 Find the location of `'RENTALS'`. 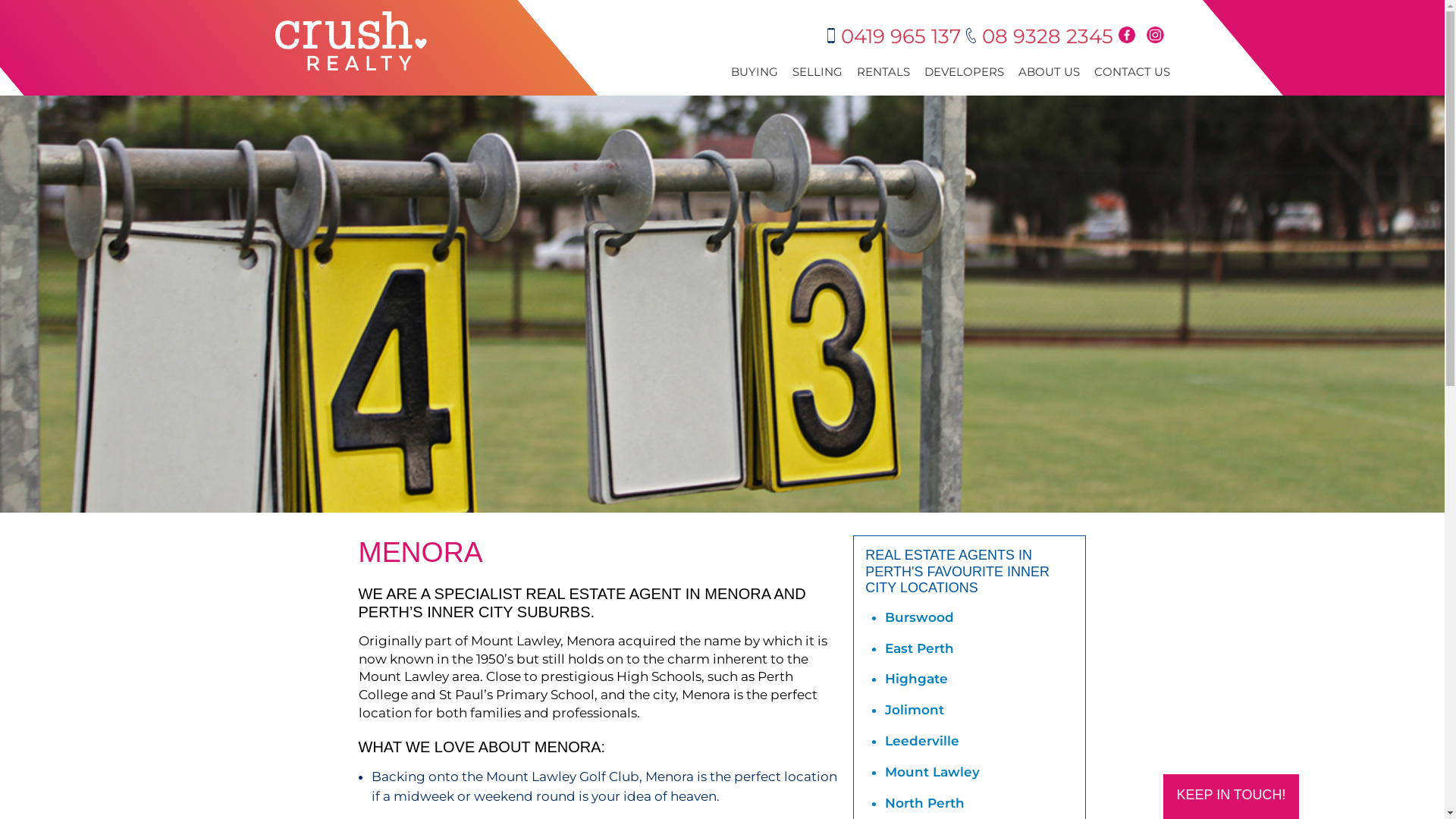

'RENTALS' is located at coordinates (883, 73).